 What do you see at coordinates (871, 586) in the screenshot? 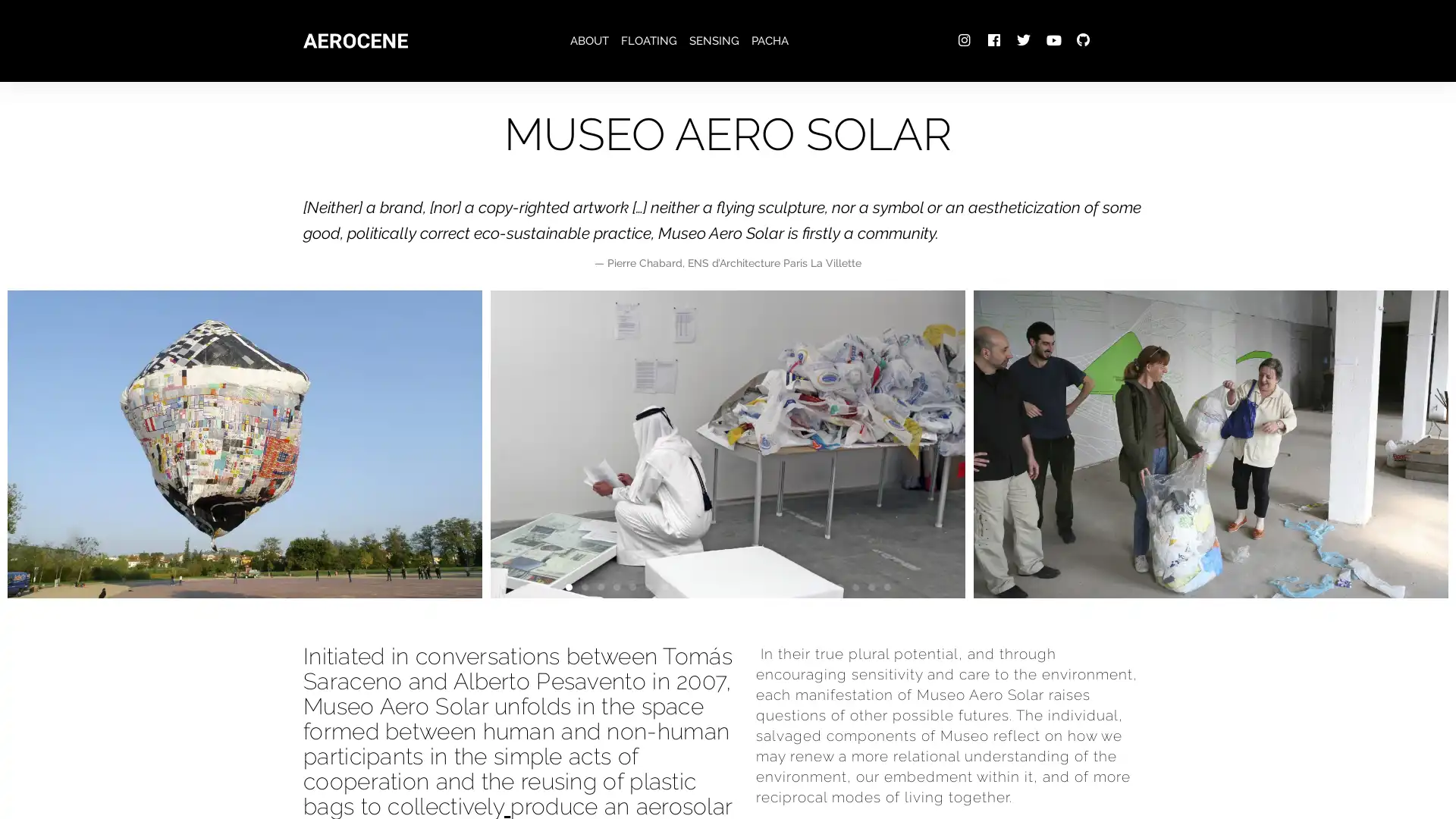
I see `Go to slide 20` at bounding box center [871, 586].